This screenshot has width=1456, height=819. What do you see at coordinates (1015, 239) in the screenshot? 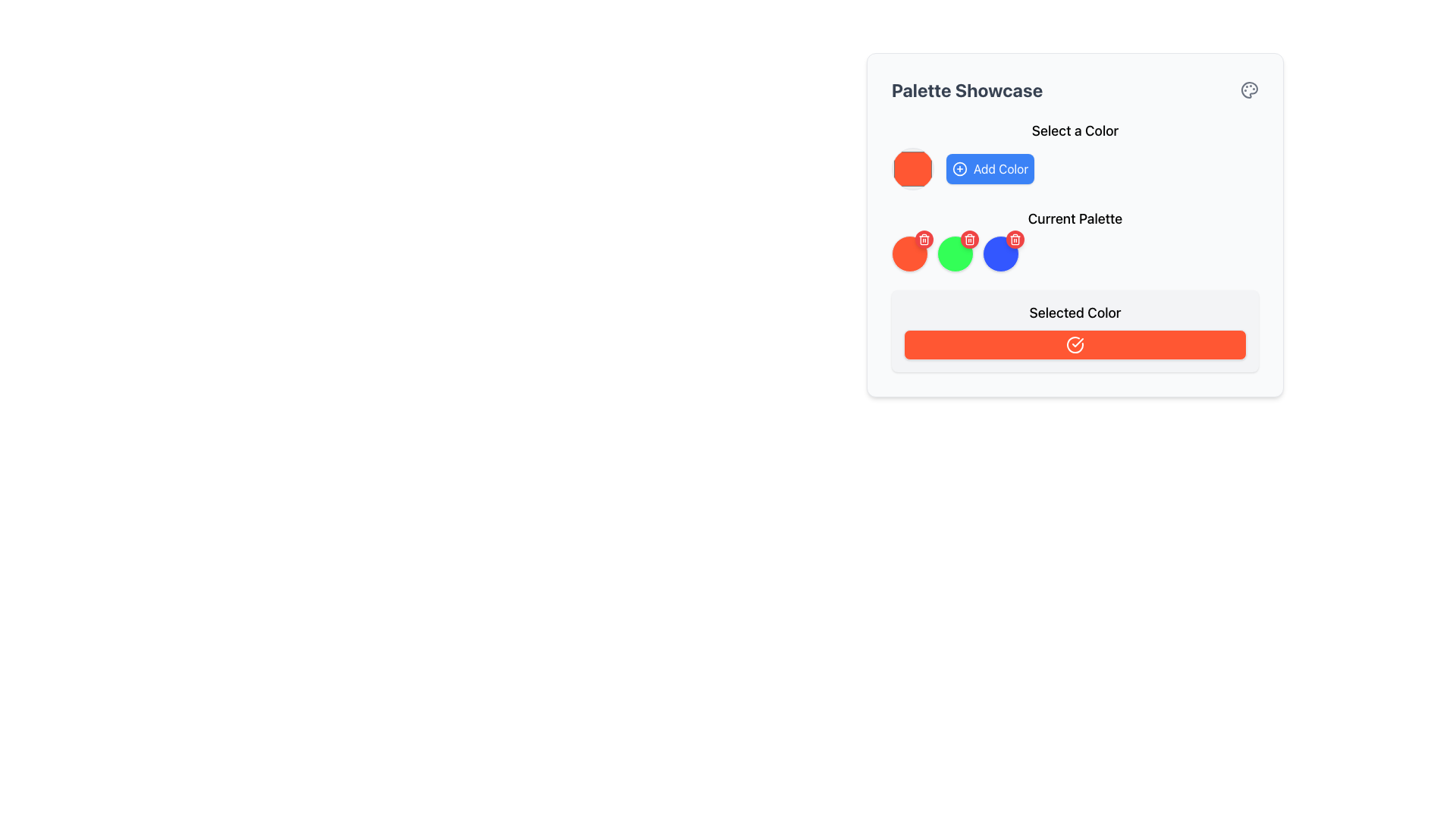
I see `the circular red button with a white trashcan icon located in the top-right corner of the blue circular element labeled 'Current Palette'` at bounding box center [1015, 239].